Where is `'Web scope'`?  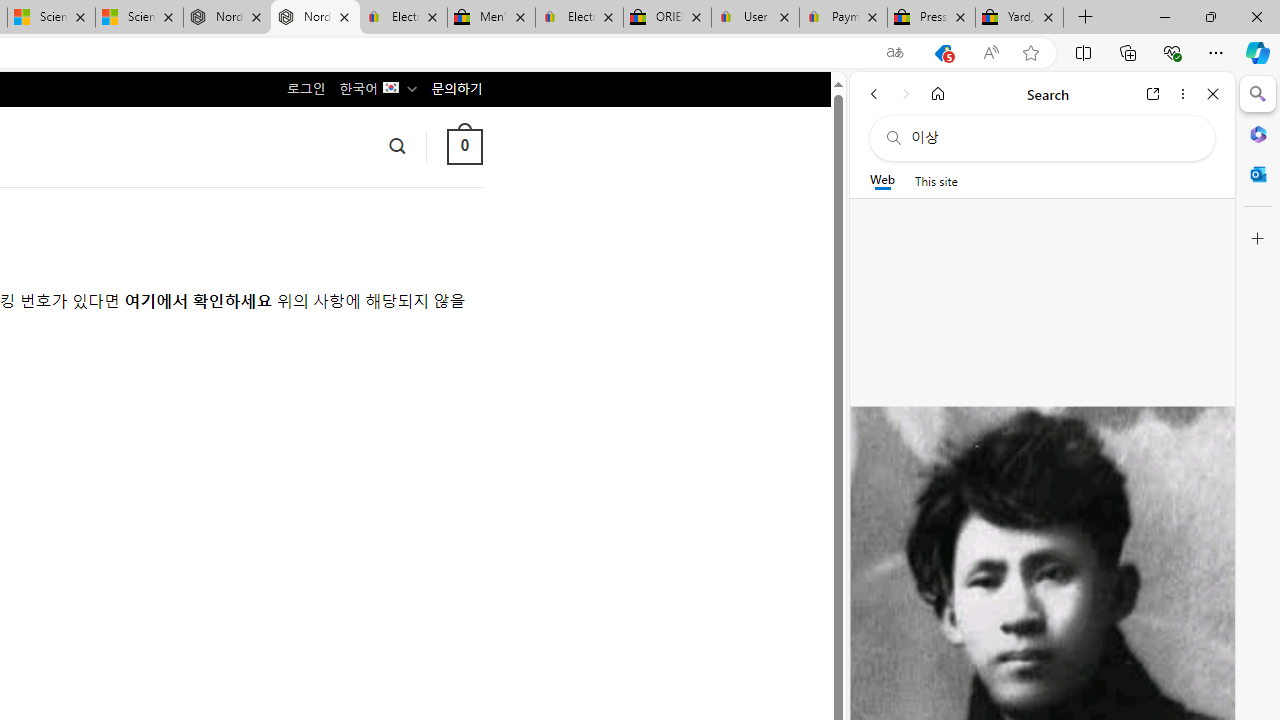 'Web scope' is located at coordinates (881, 180).